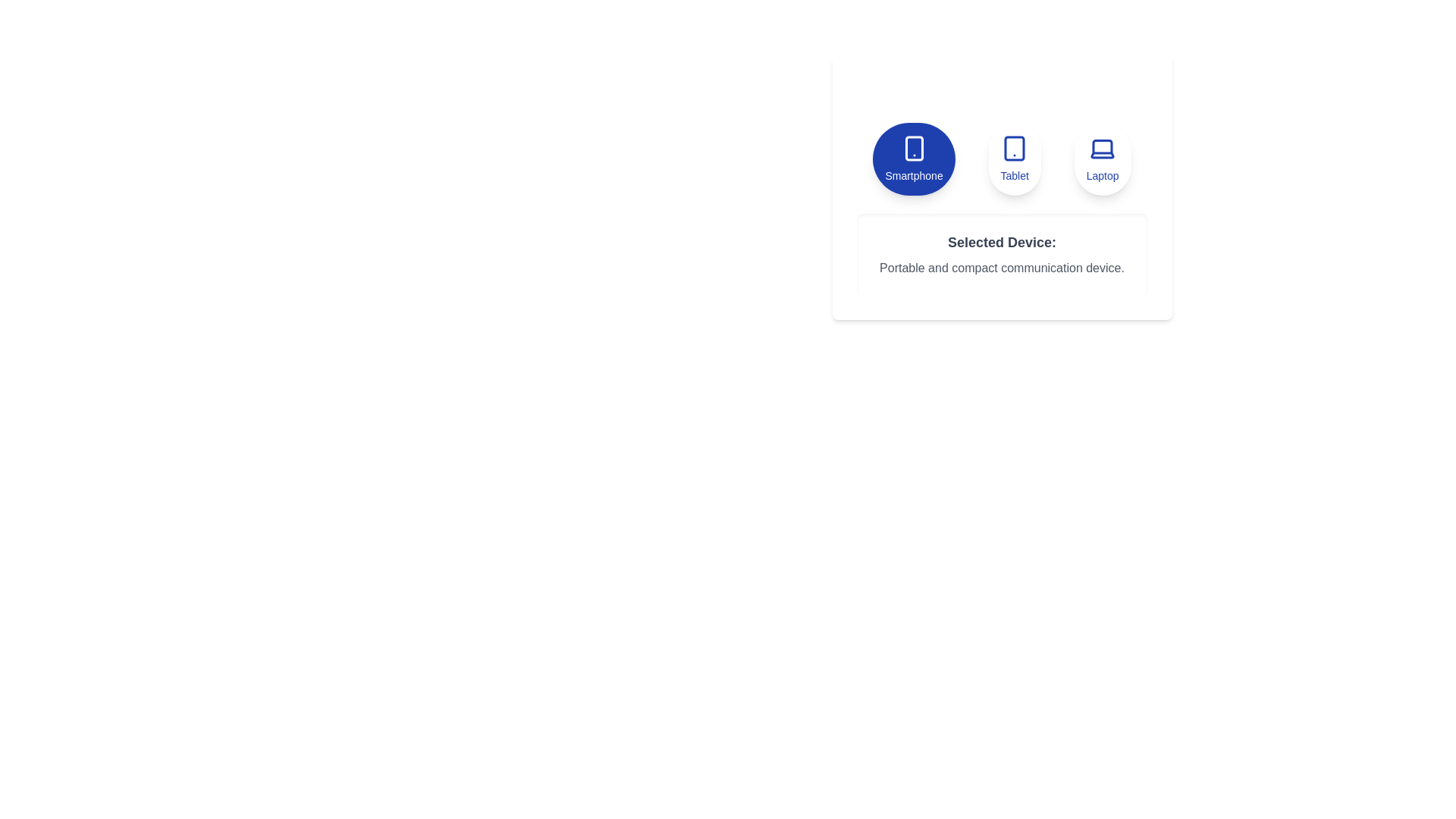  What do you see at coordinates (913, 158) in the screenshot?
I see `the Smartphone button to observe its hover effect` at bounding box center [913, 158].